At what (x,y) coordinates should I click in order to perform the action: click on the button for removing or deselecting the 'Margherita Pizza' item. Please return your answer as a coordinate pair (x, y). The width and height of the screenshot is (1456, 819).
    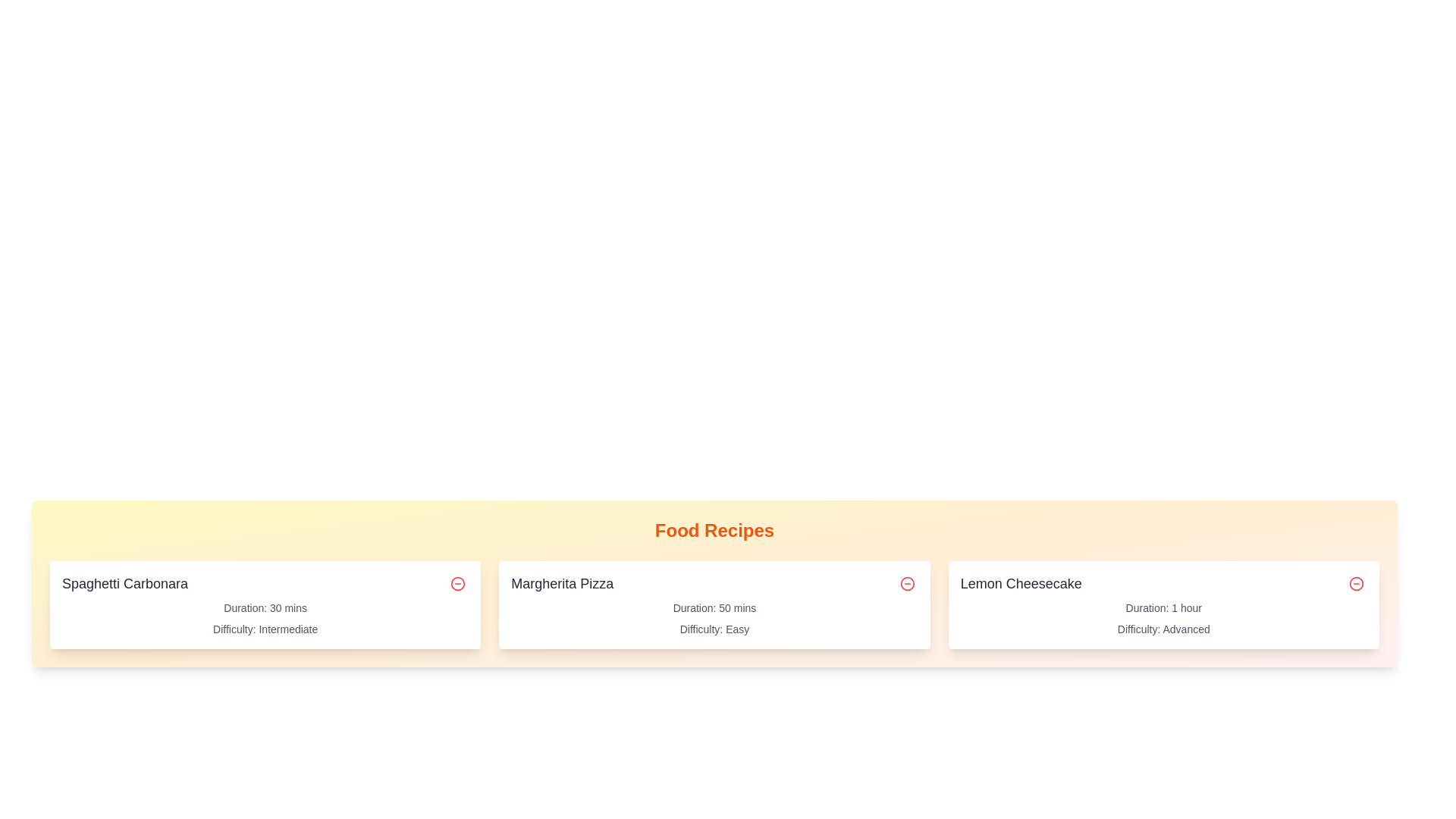
    Looking at the image, I should click on (907, 583).